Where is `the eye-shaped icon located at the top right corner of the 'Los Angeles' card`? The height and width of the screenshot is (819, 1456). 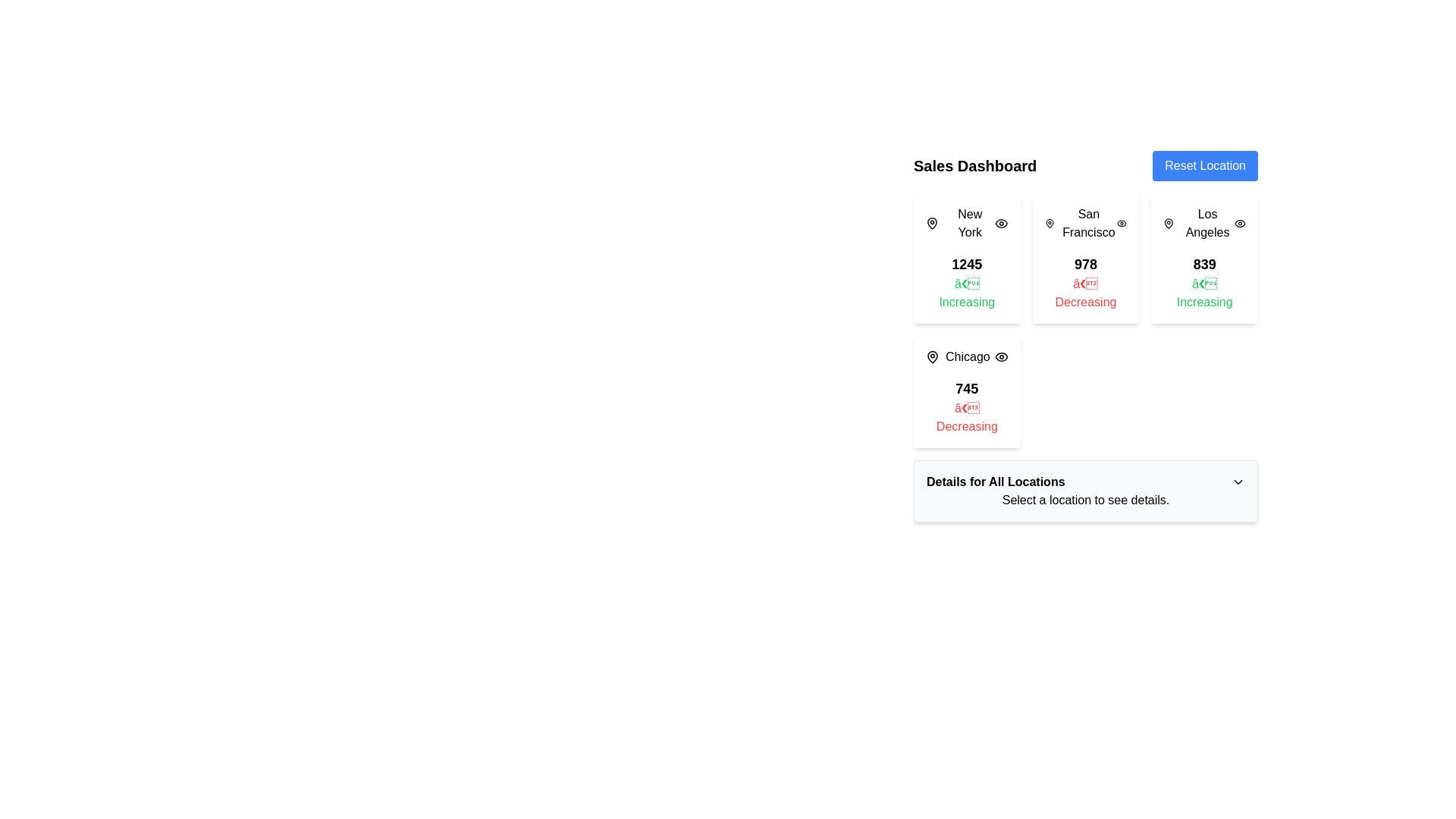
the eye-shaped icon located at the top right corner of the 'Los Angeles' card is located at coordinates (1240, 223).